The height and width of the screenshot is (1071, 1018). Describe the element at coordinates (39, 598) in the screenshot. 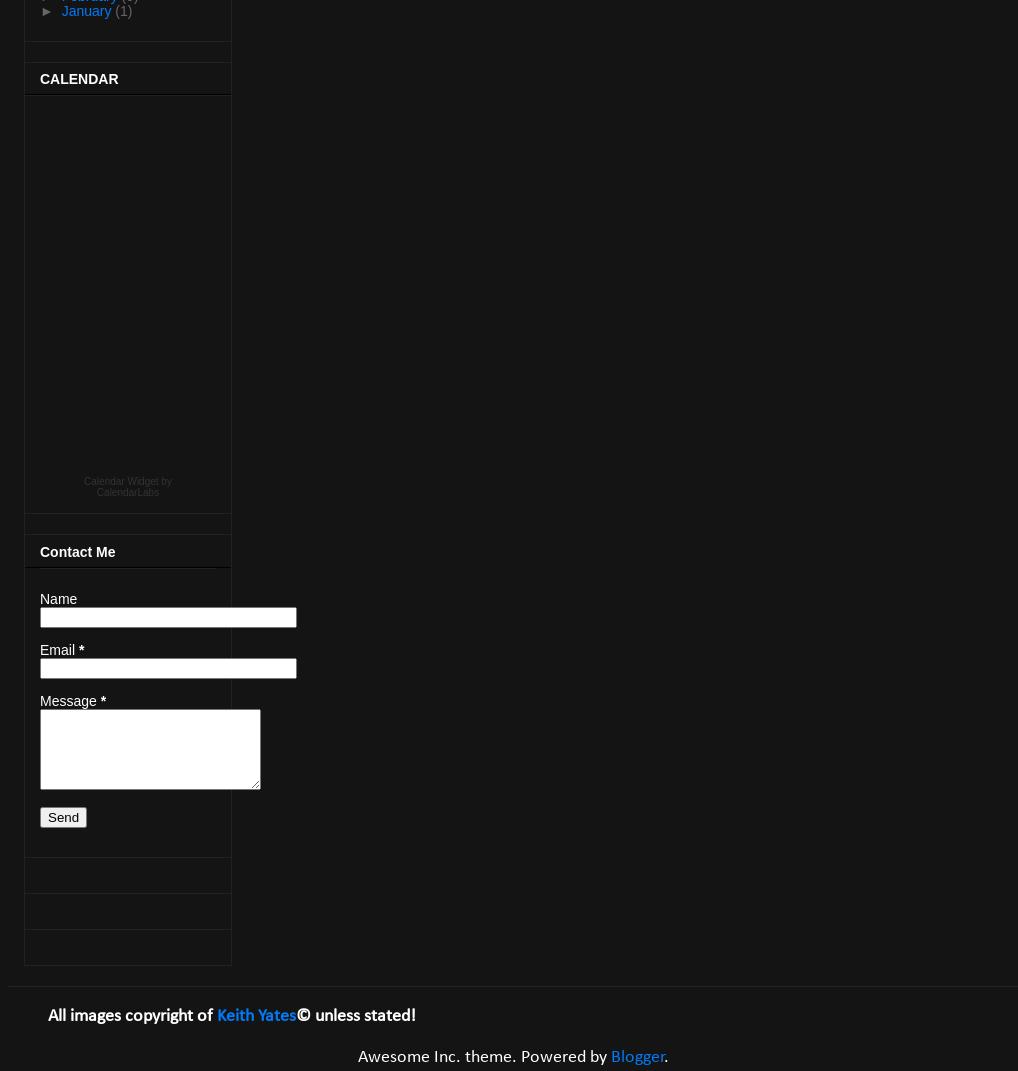

I see `'Name'` at that location.